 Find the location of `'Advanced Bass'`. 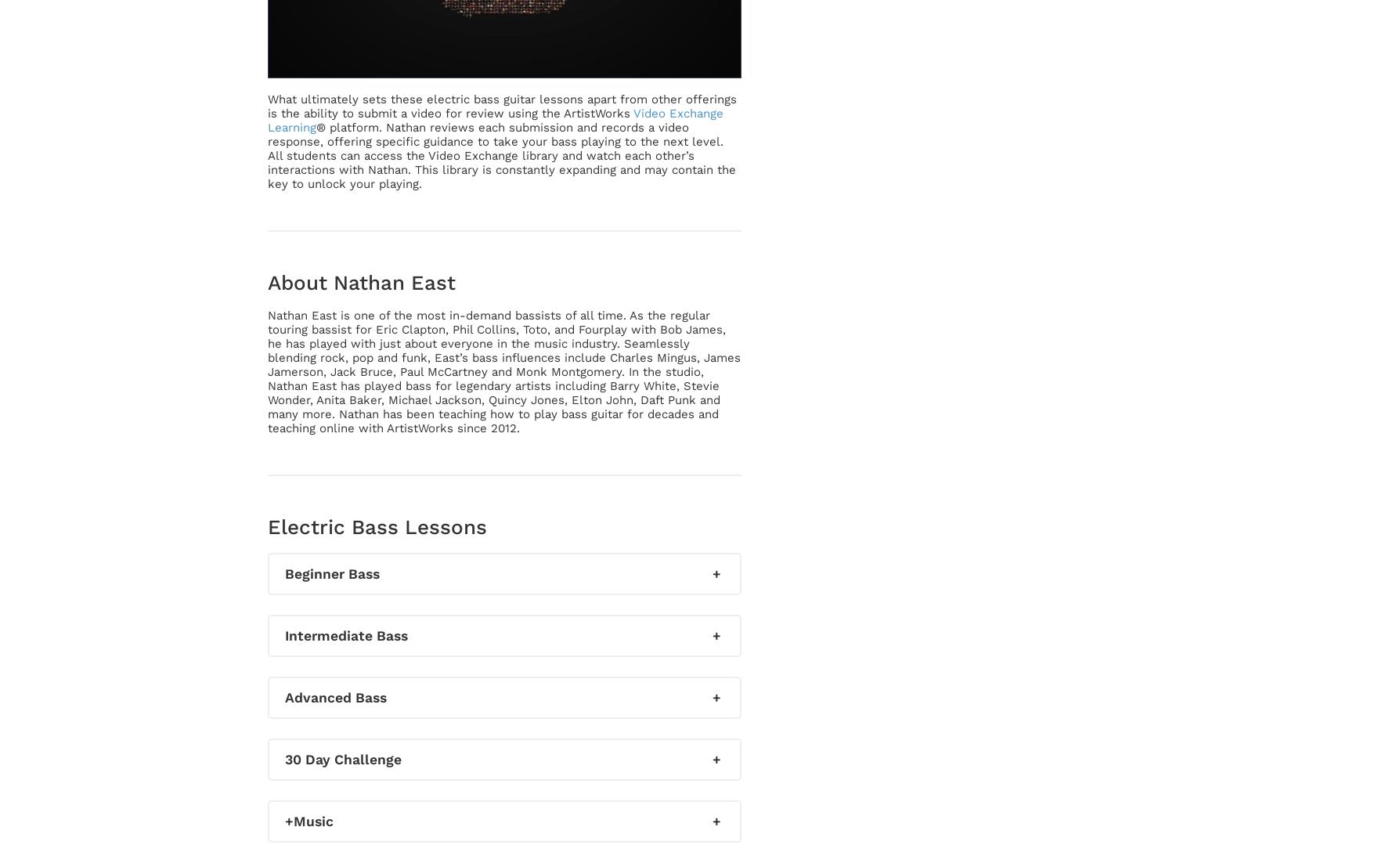

'Advanced Bass' is located at coordinates (334, 697).